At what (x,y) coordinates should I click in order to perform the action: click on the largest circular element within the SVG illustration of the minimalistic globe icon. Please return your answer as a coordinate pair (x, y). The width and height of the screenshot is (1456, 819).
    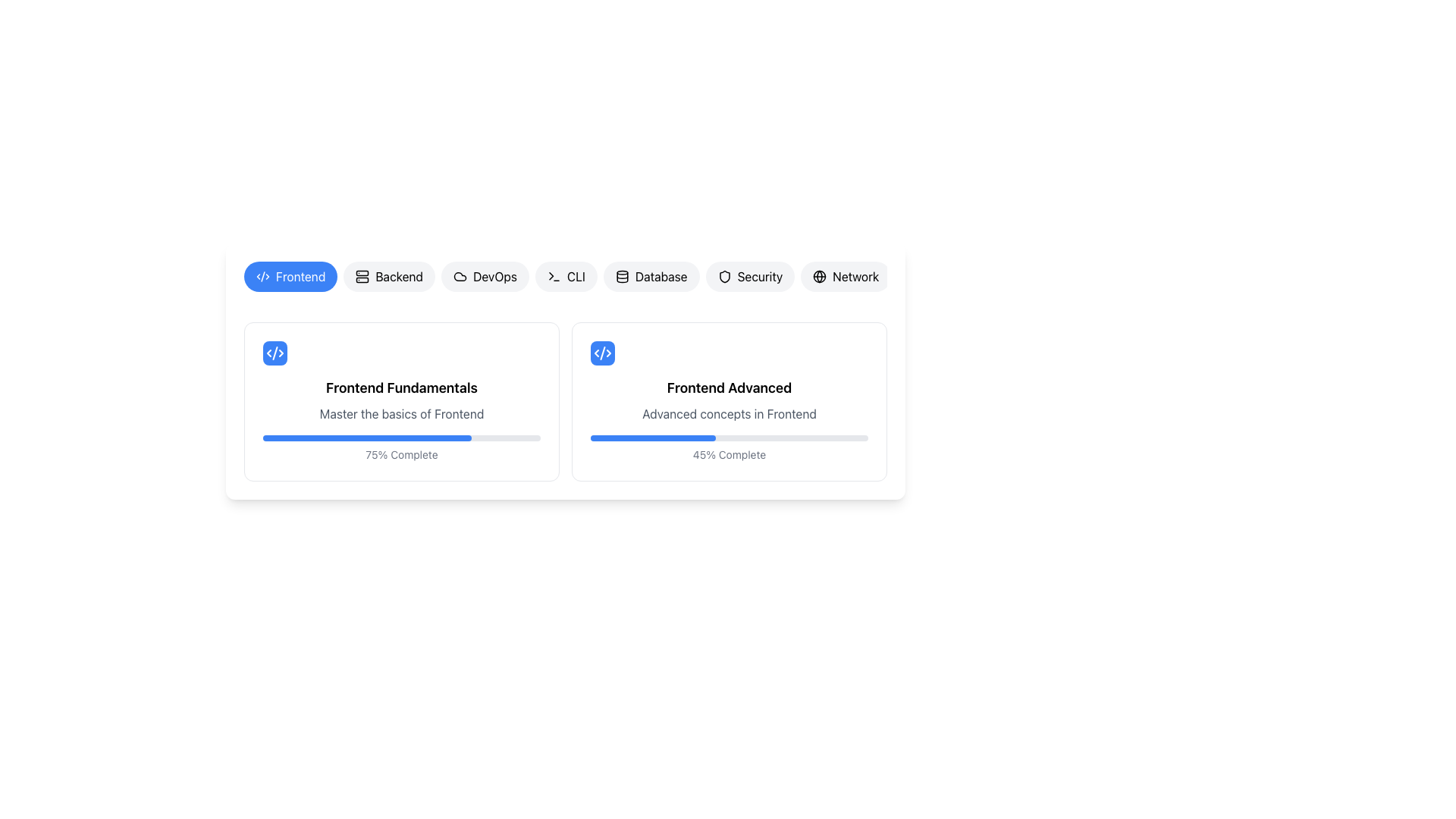
    Looking at the image, I should click on (819, 277).